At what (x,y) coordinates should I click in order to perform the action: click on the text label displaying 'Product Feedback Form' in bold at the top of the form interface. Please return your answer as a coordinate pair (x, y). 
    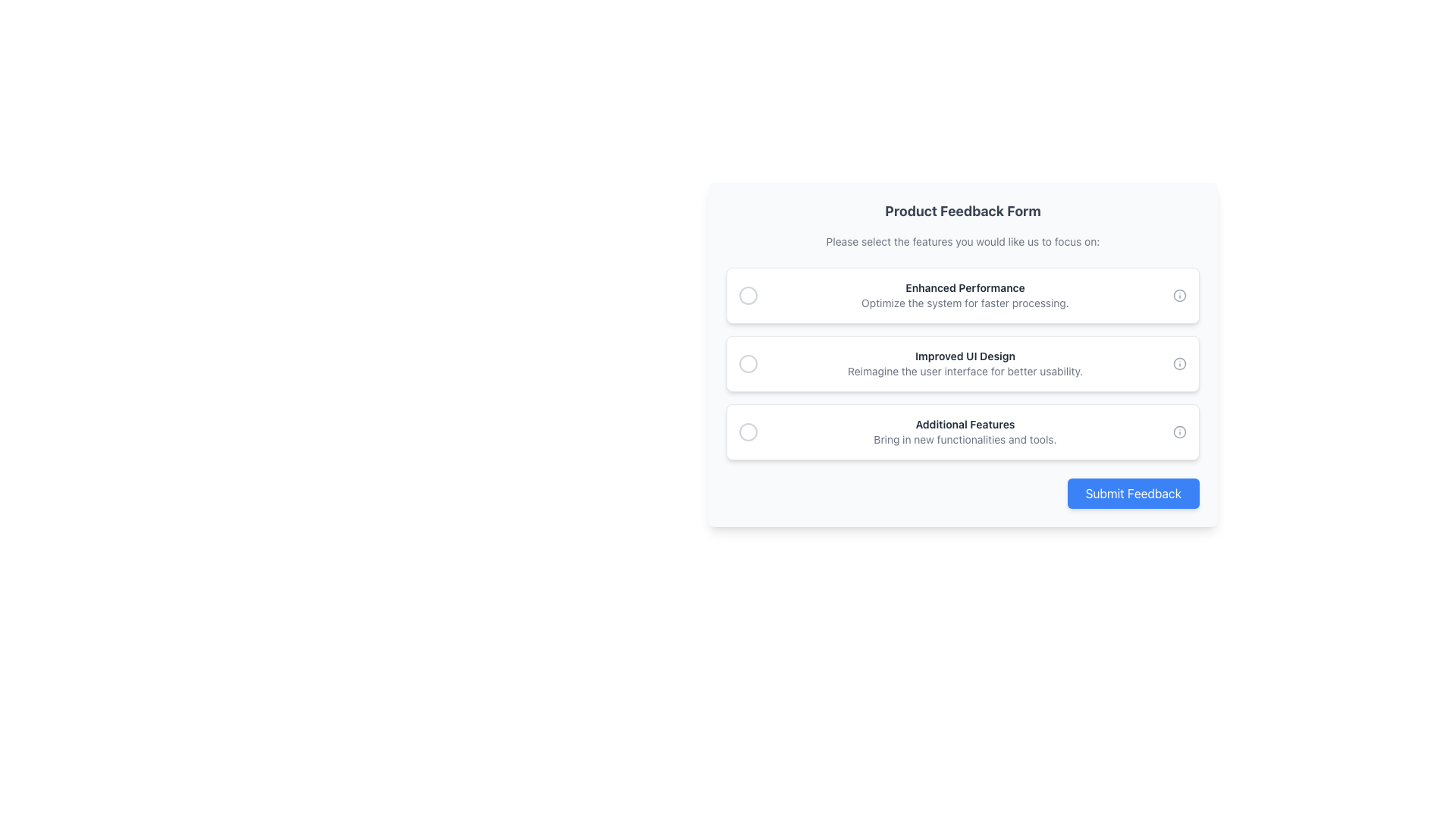
    Looking at the image, I should click on (962, 211).